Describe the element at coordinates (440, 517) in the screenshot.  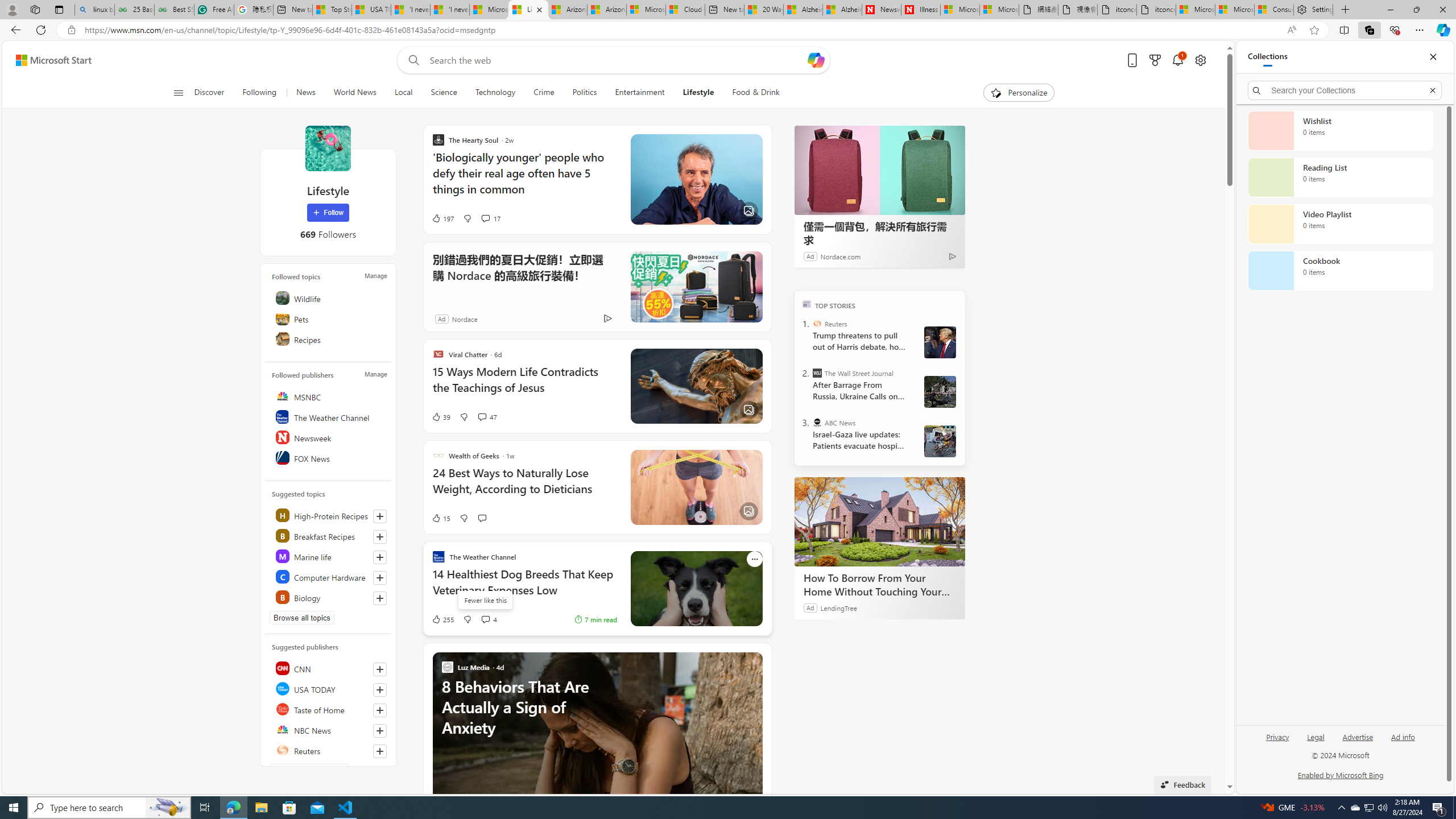
I see `'15 Like'` at that location.